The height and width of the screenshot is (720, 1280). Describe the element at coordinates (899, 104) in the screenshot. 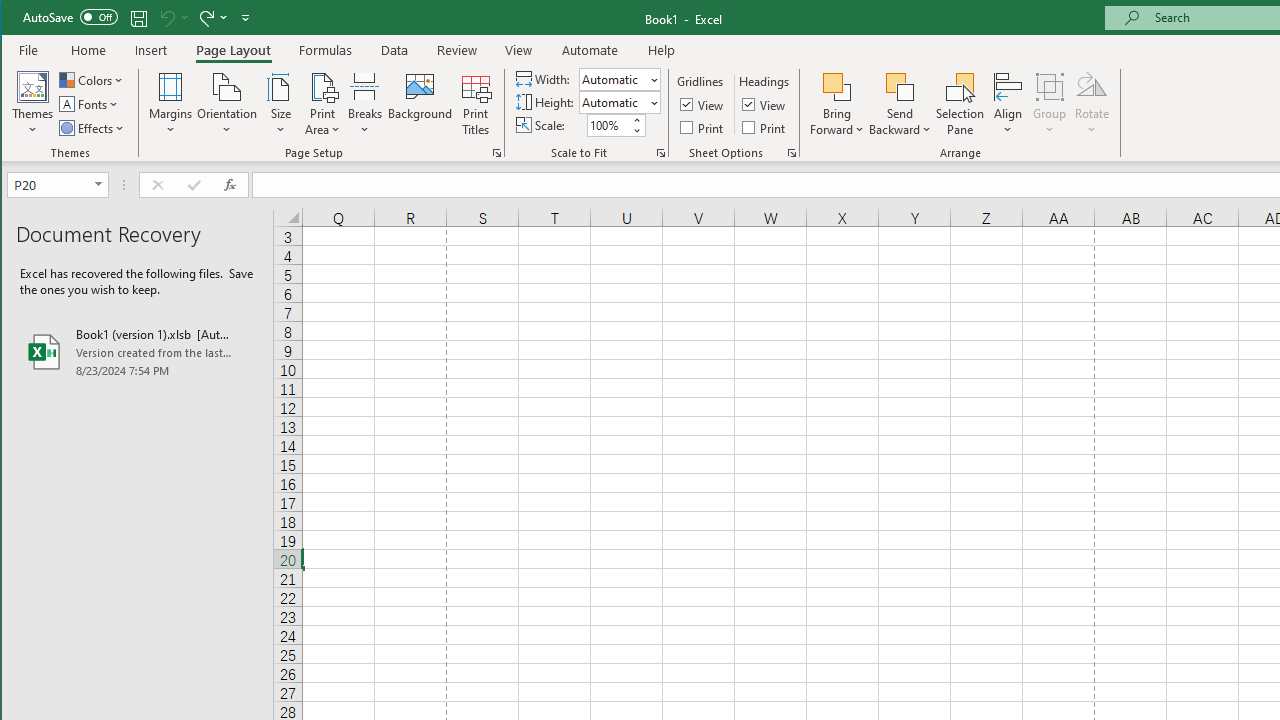

I see `'Send Backward'` at that location.